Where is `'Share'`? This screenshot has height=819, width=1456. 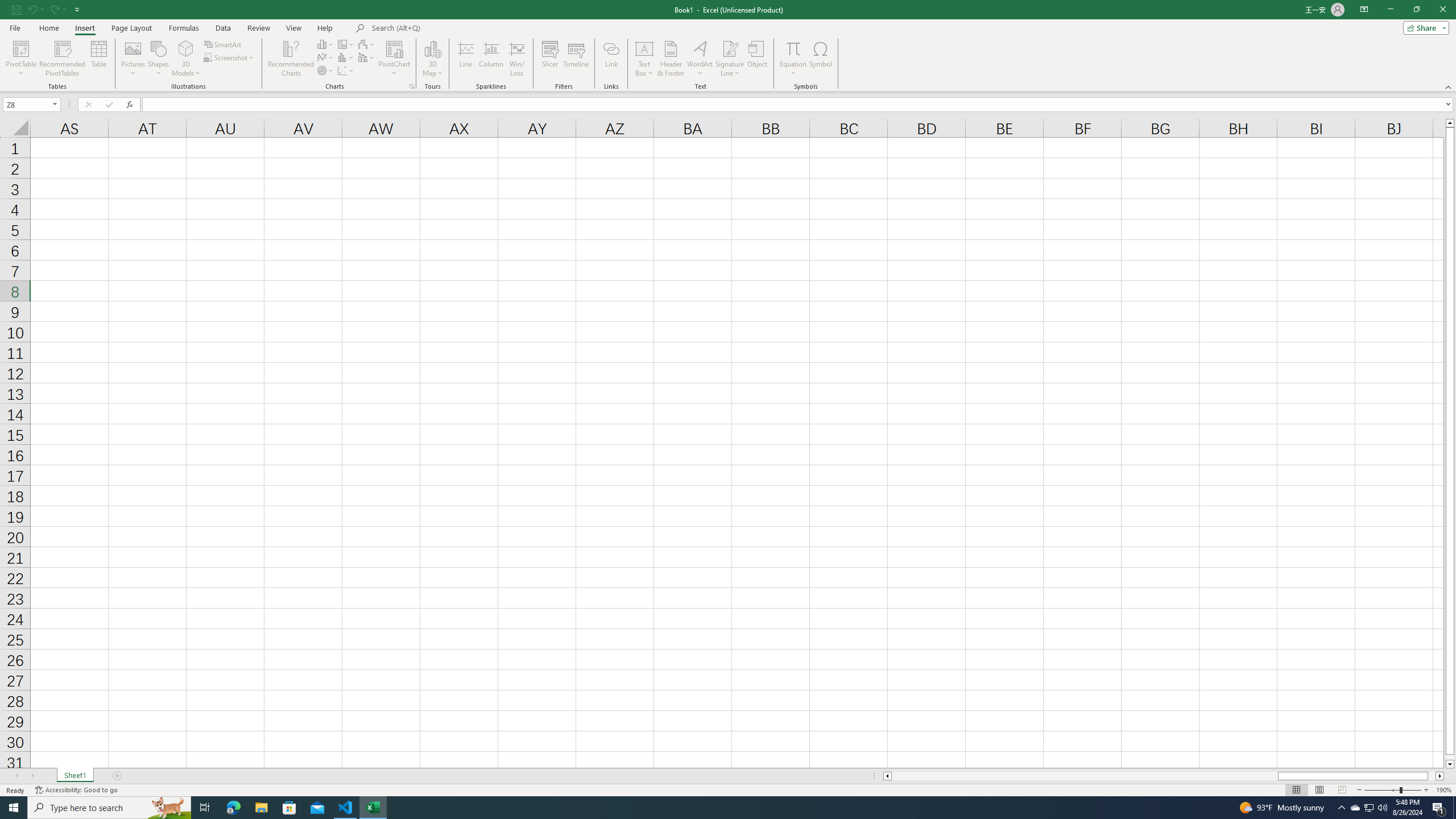 'Share' is located at coordinates (1423, 27).